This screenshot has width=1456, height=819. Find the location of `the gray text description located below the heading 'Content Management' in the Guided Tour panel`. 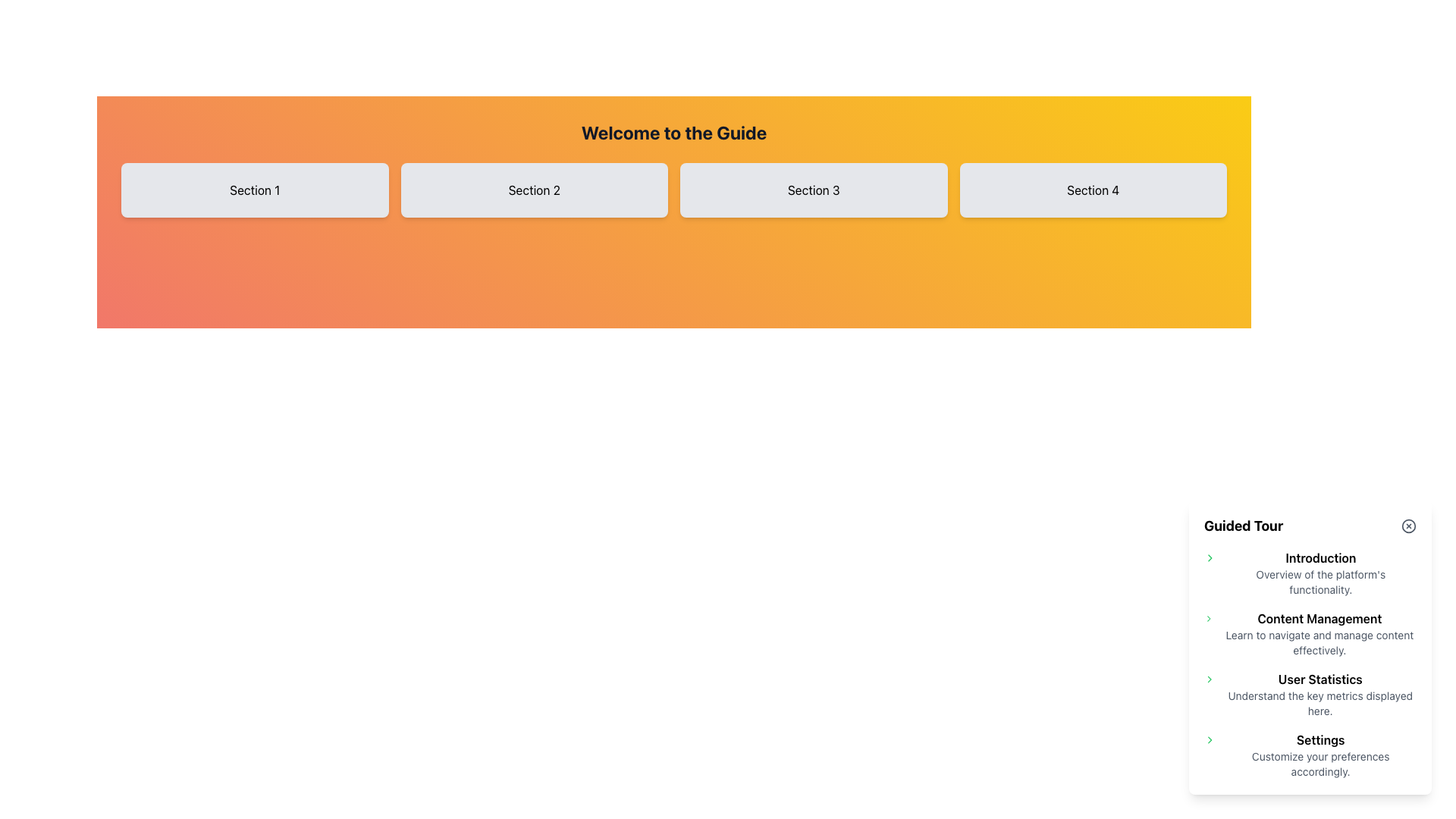

the gray text description located below the heading 'Content Management' in the Guided Tour panel is located at coordinates (1319, 643).